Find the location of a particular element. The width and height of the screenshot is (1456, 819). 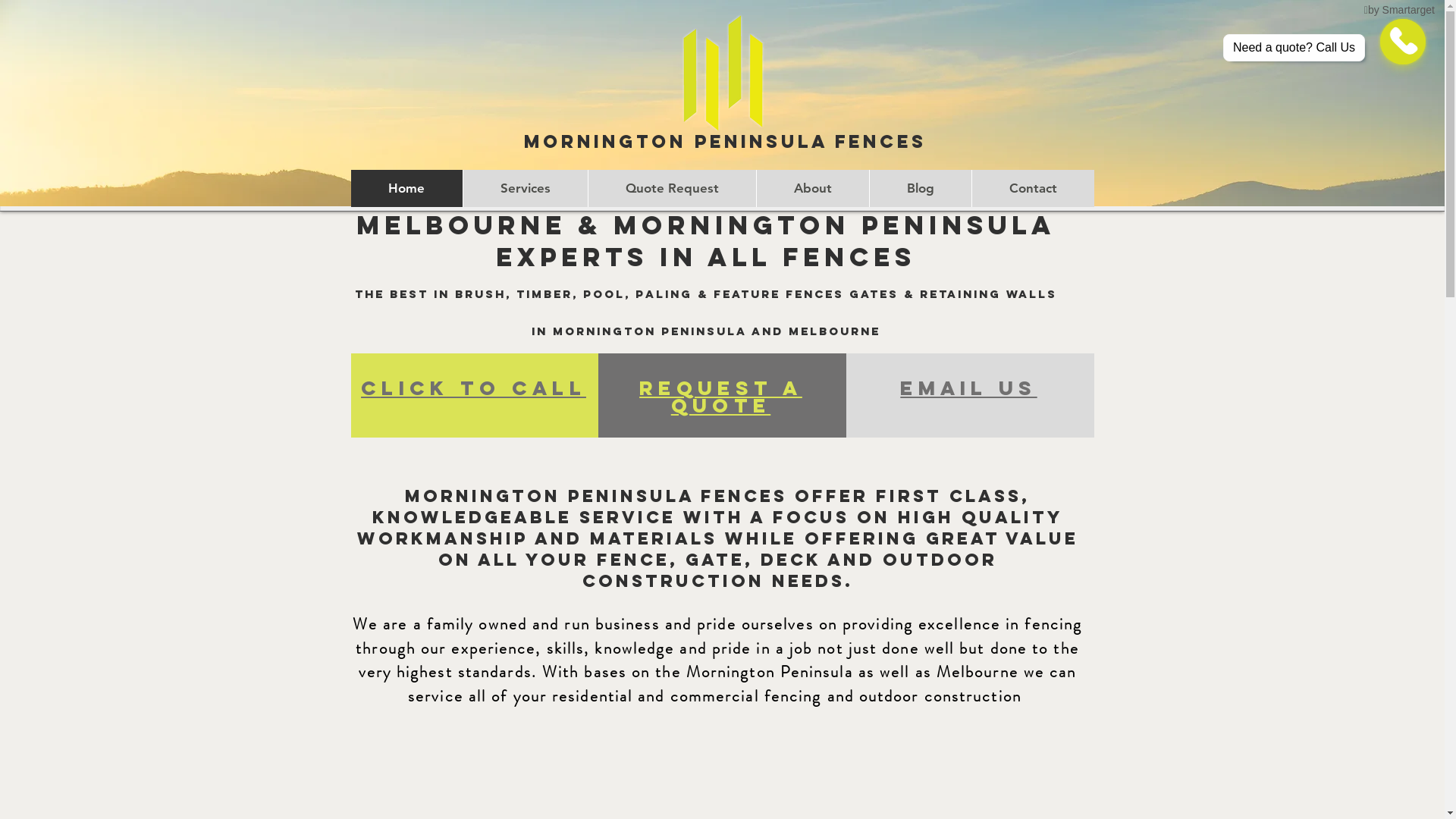

'About' is located at coordinates (811, 187).